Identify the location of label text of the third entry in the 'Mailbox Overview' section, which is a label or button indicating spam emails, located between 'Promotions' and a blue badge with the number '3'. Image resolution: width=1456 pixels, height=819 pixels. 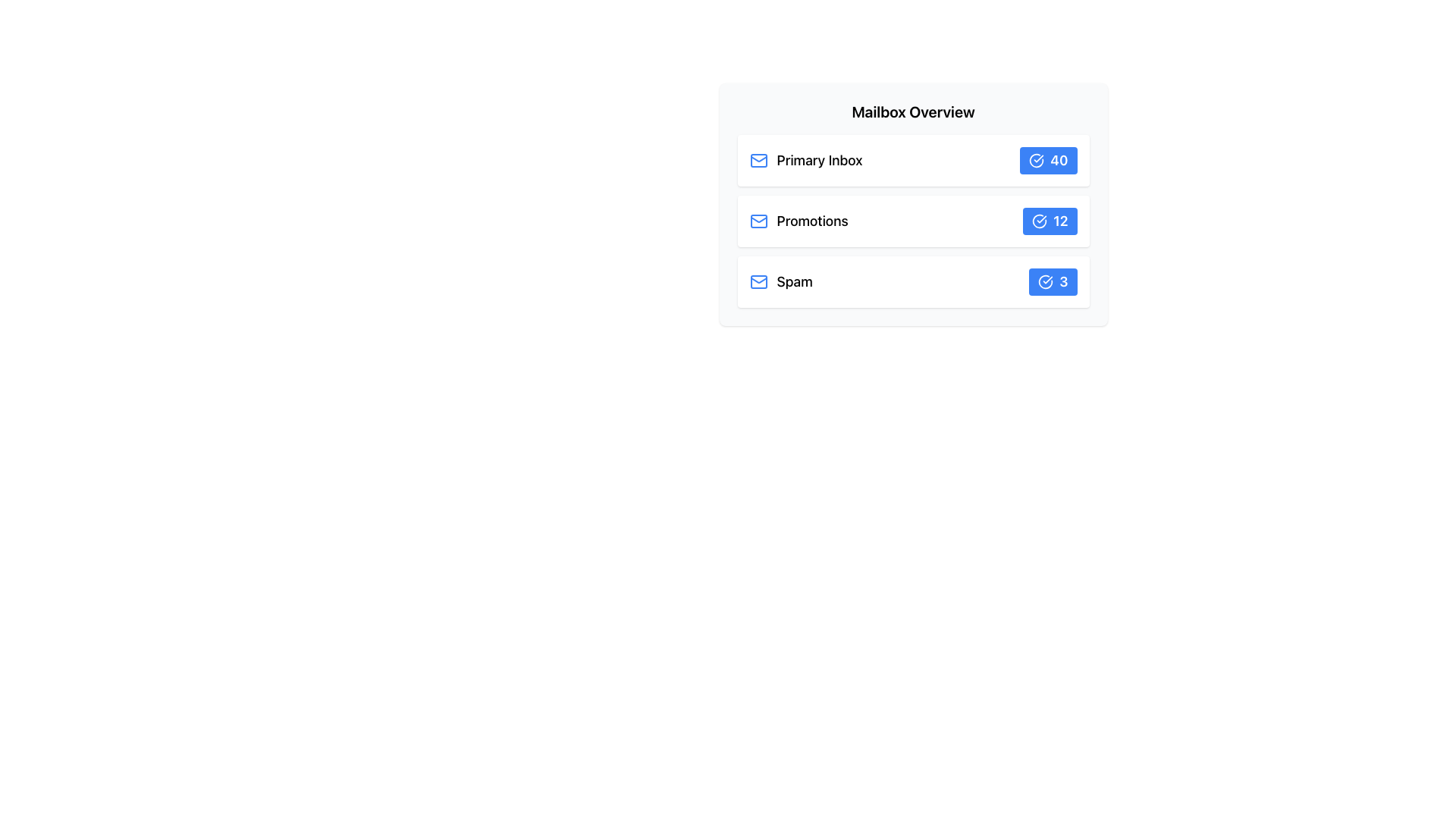
(781, 281).